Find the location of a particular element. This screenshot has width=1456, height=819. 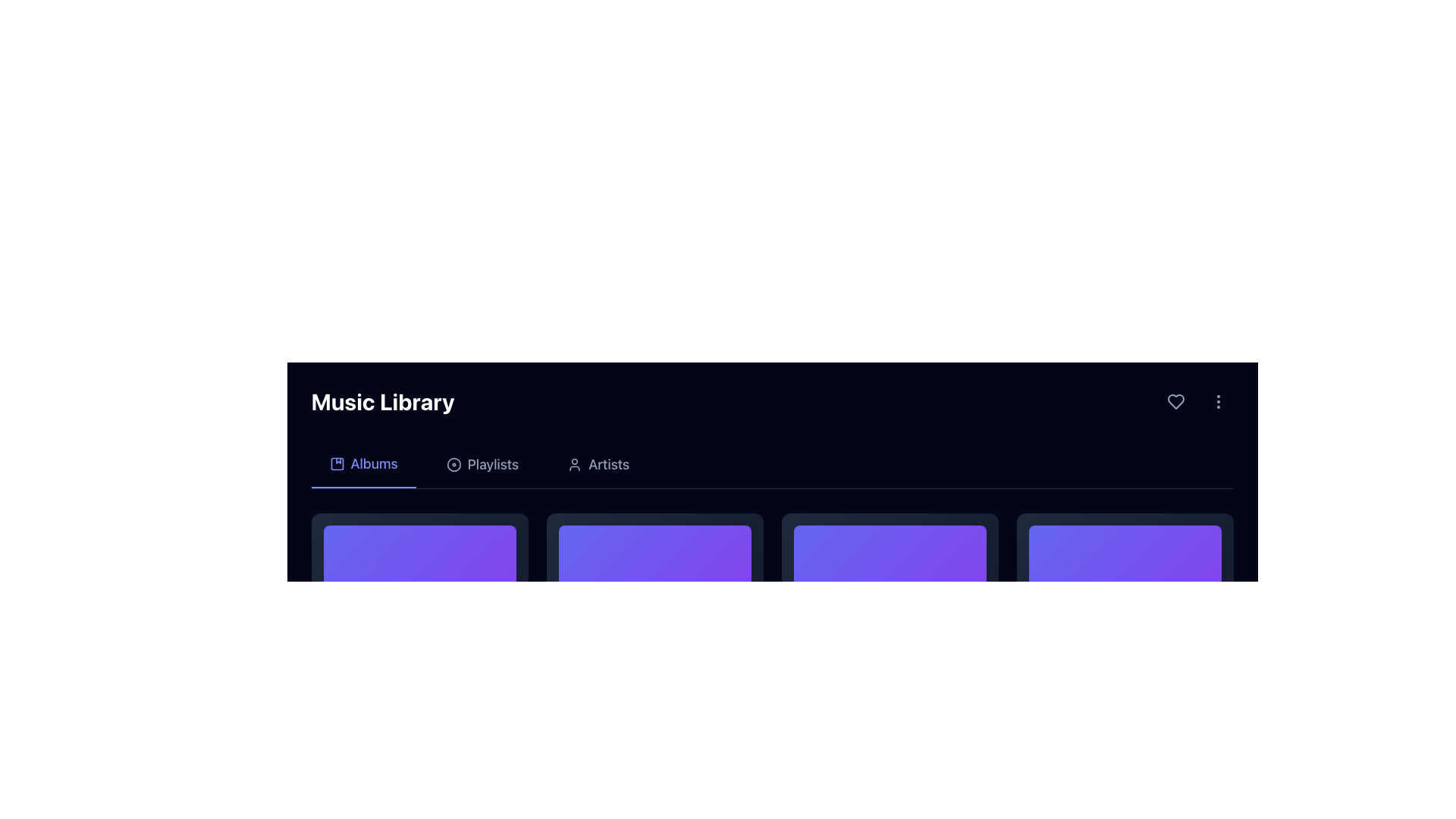

the small rectangular box with rounded corners located under the 'Albums' section in the top left corner of the interface is located at coordinates (336, 463).